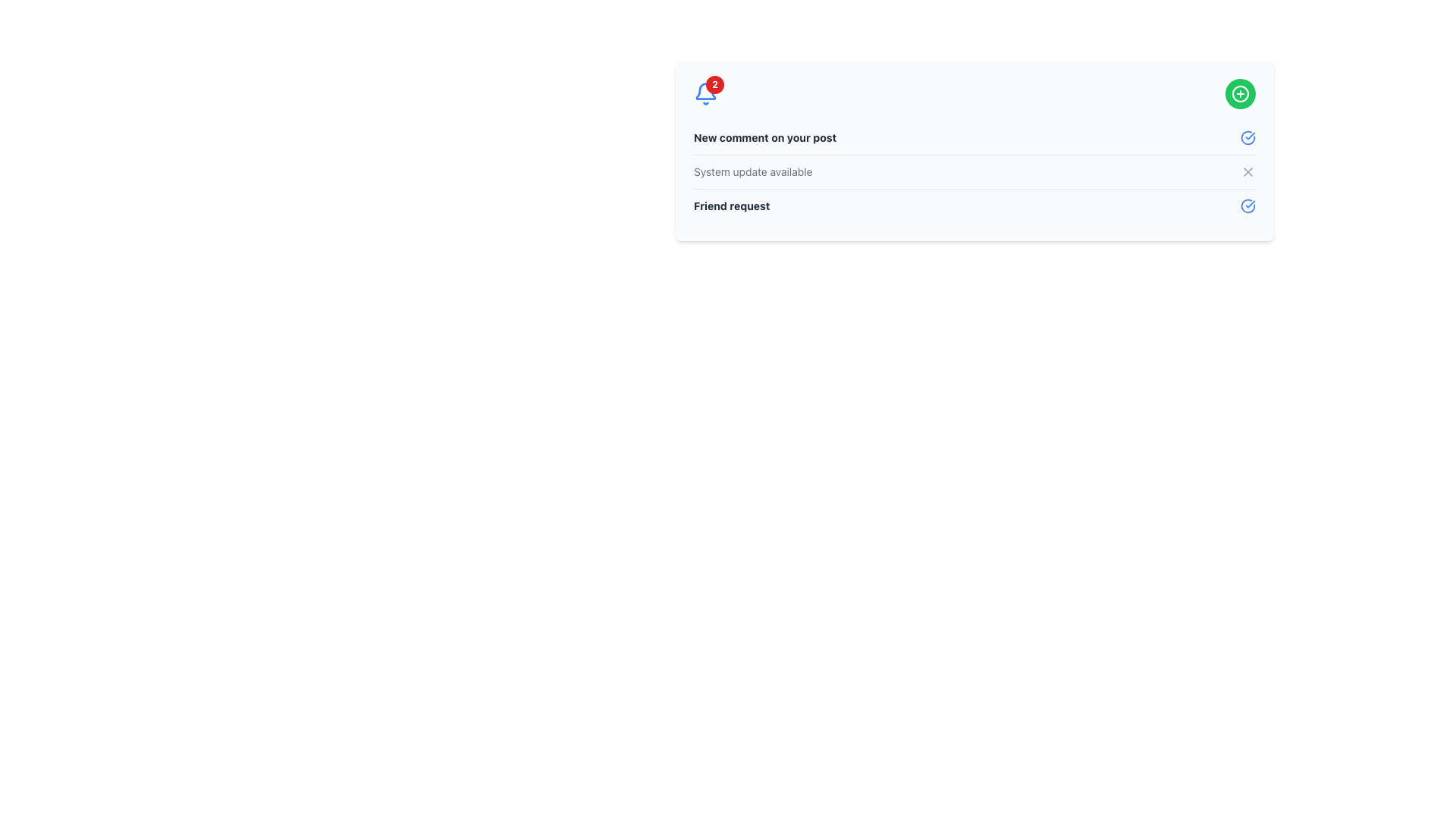 This screenshot has width=1456, height=819. Describe the element at coordinates (1248, 206) in the screenshot. I see `the circular blue checkmark button in the 'Friend request' section` at that location.